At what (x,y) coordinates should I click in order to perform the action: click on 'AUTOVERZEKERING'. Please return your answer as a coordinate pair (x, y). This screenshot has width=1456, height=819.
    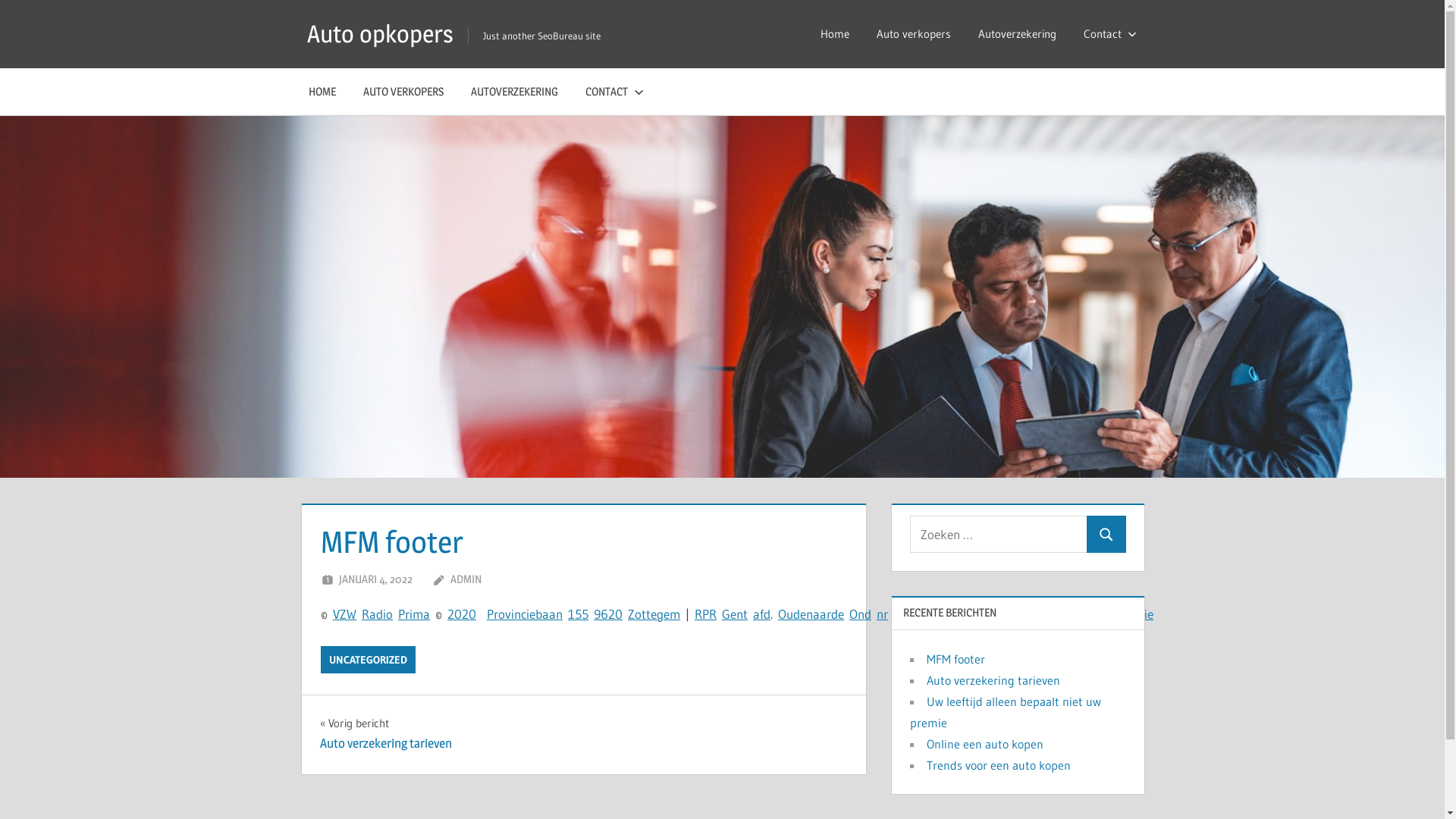
    Looking at the image, I should click on (457, 91).